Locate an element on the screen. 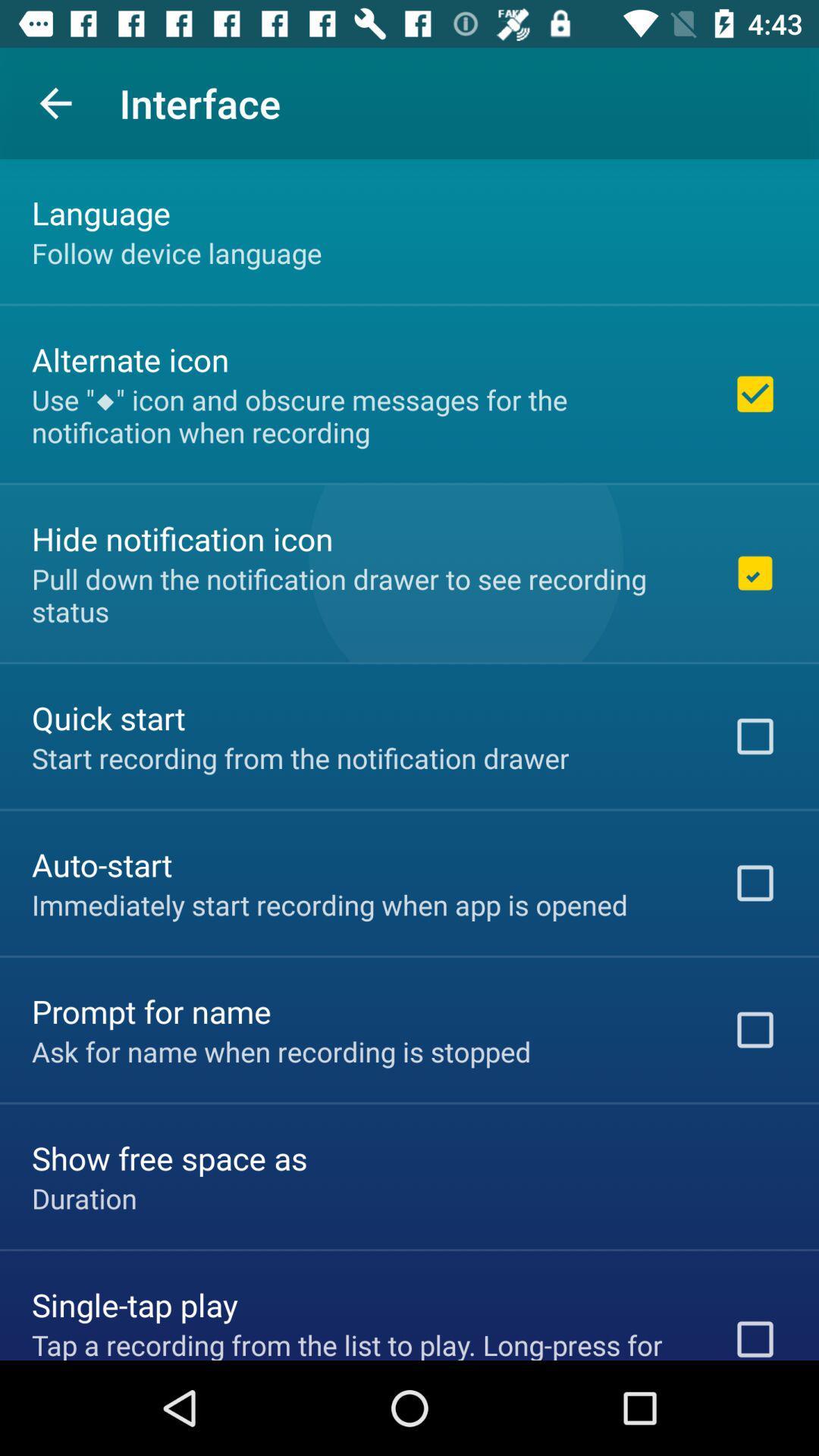  app next to interface icon is located at coordinates (55, 102).